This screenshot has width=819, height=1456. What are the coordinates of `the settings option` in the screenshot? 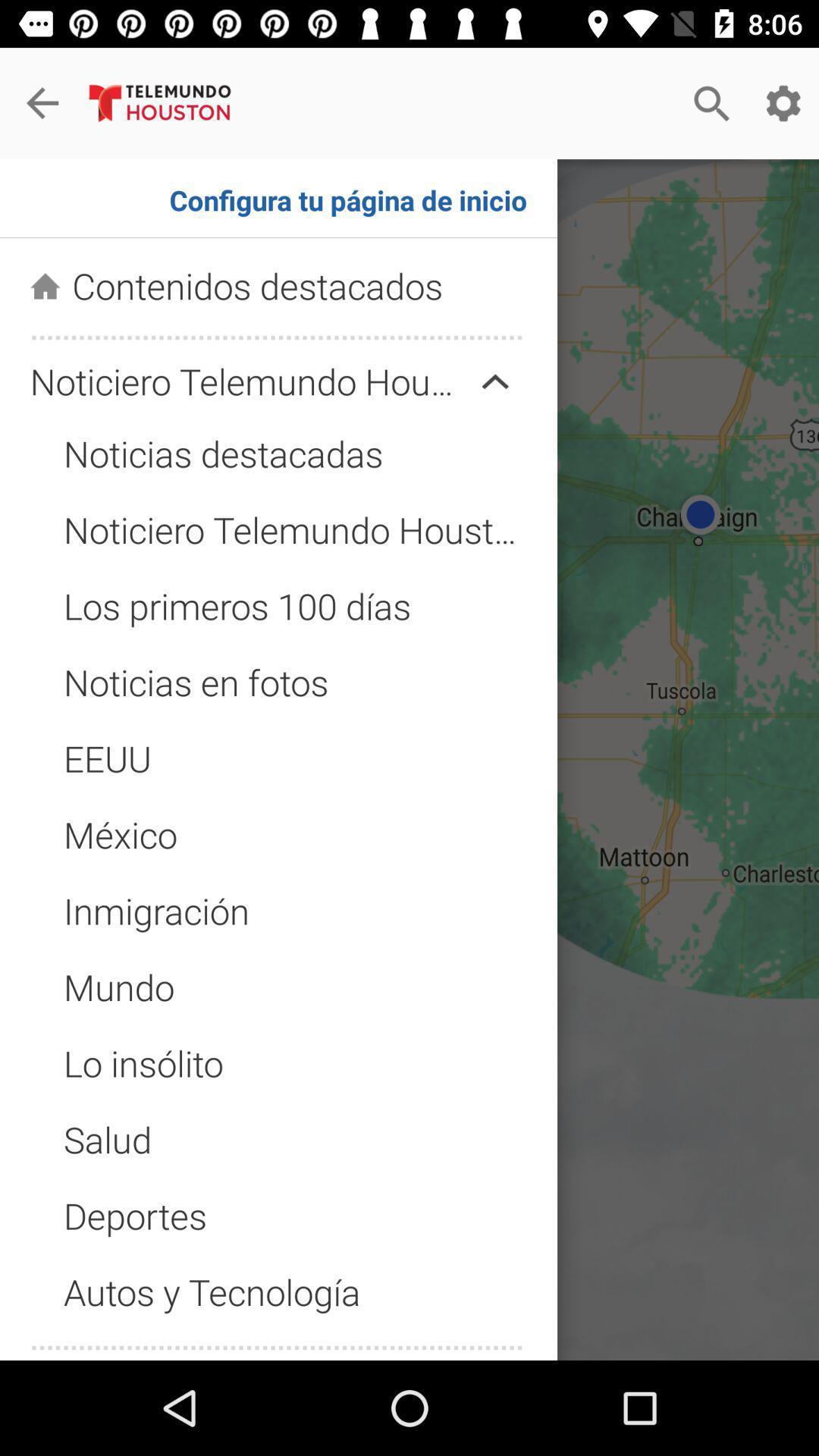 It's located at (783, 103).